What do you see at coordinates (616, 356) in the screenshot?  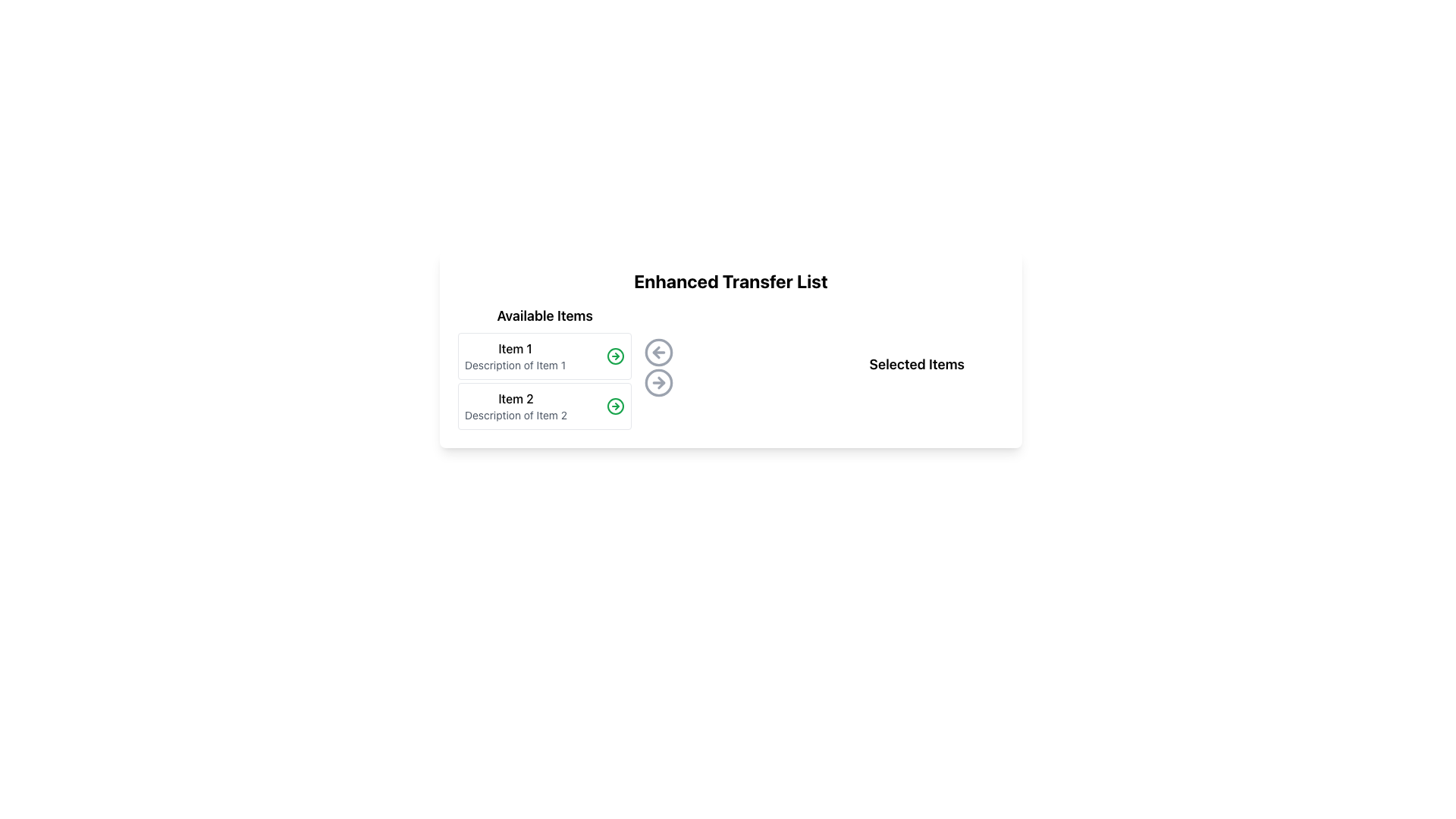 I see `the circular button with a green border located beside the text 'Item 2' in the second row of the 'Available Items' section` at bounding box center [616, 356].